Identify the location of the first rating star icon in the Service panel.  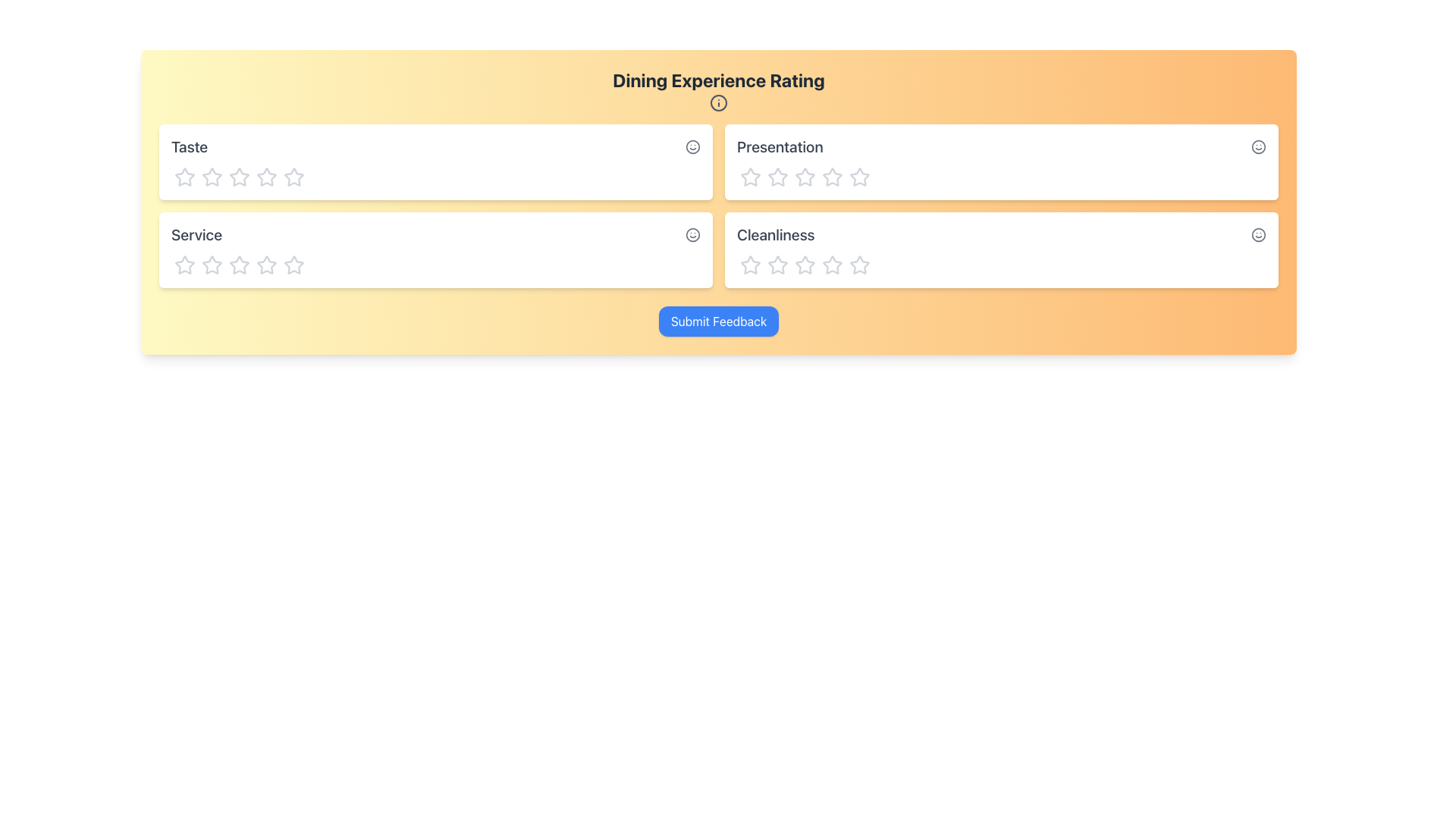
(211, 264).